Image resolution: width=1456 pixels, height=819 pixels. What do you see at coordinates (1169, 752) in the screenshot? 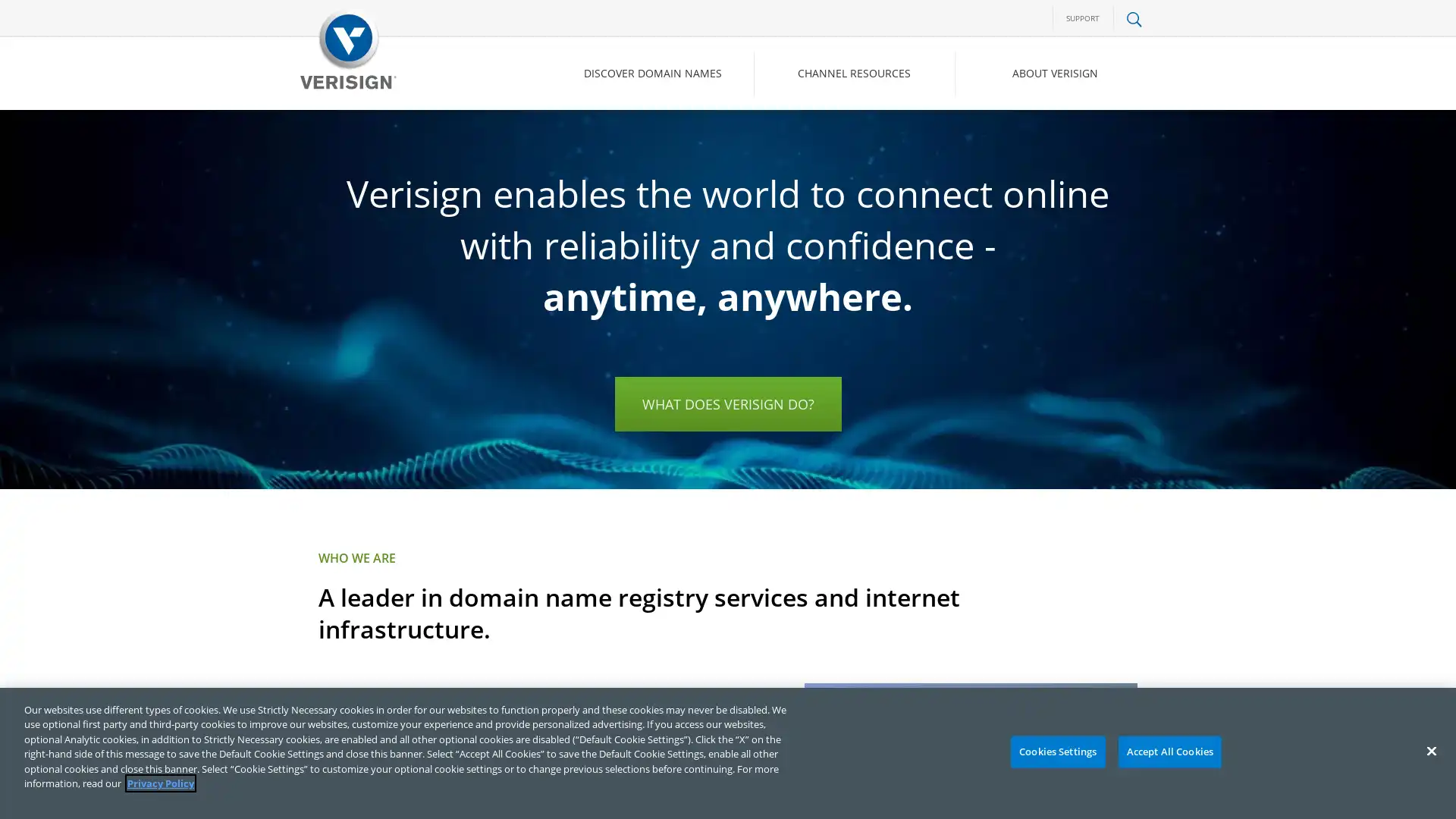
I see `Accept All Cookies` at bounding box center [1169, 752].